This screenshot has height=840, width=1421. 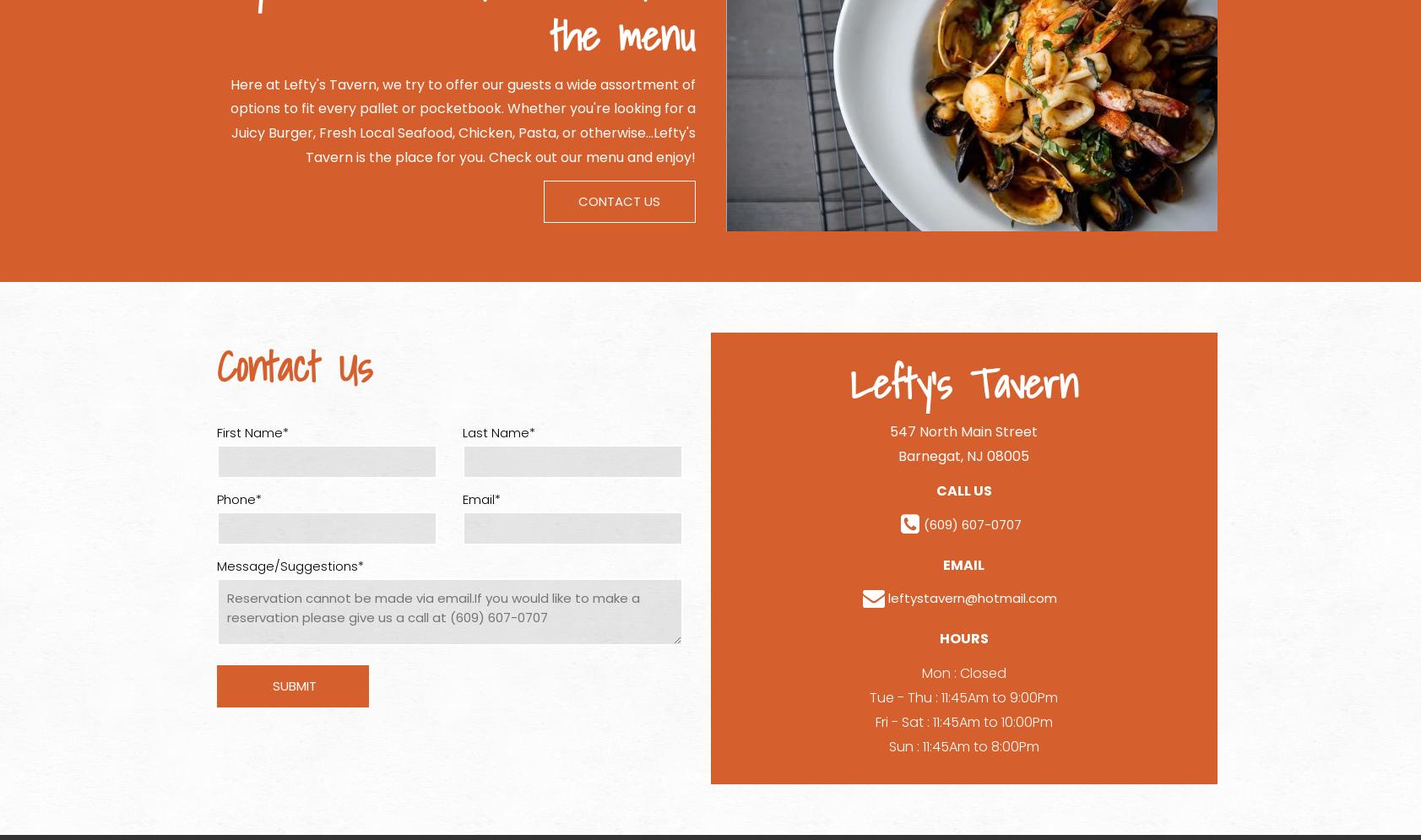 What do you see at coordinates (971, 598) in the screenshot?
I see `'leftystavern@hotmail.com'` at bounding box center [971, 598].